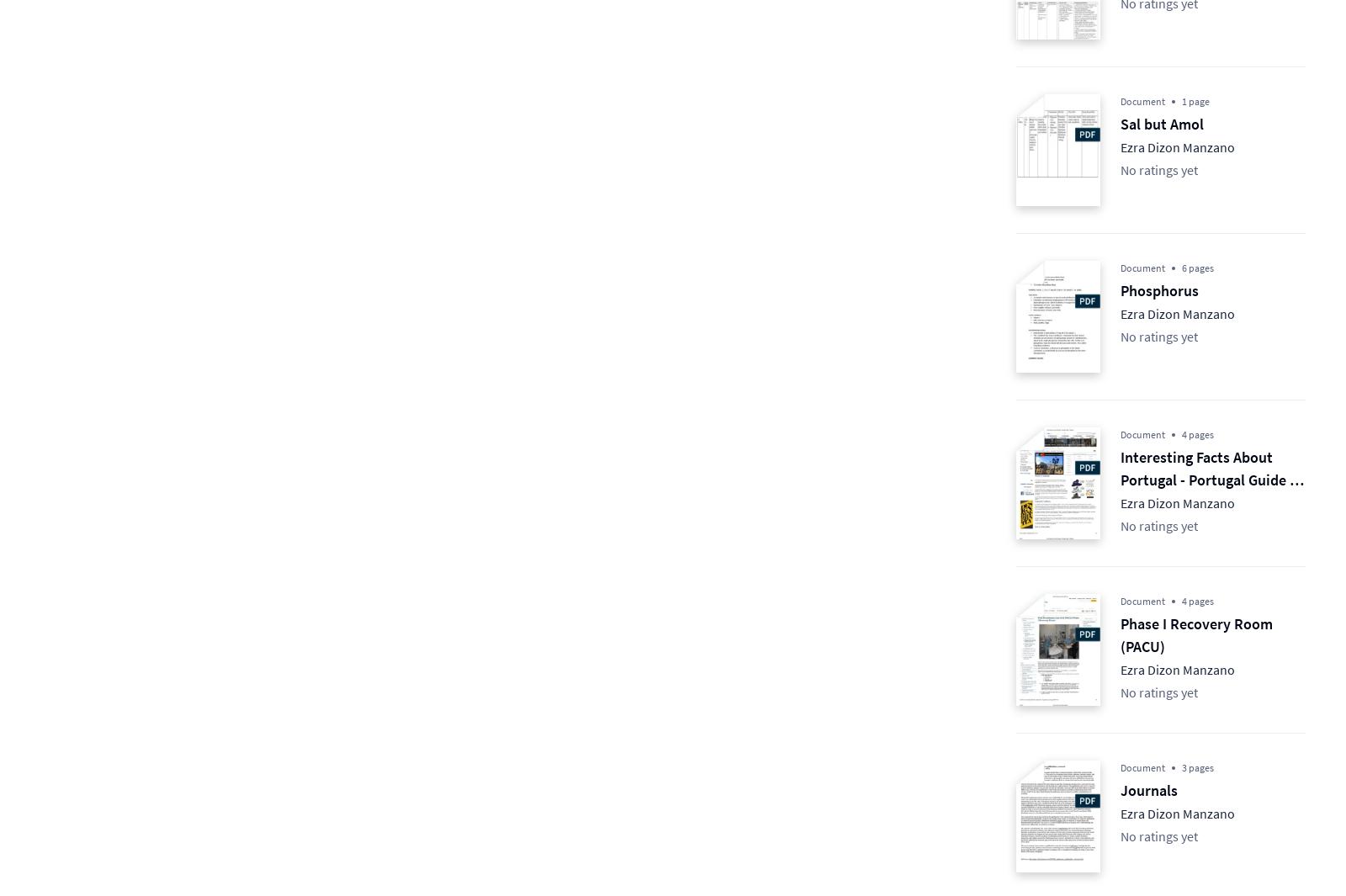 The image size is (1346, 896). Describe the element at coordinates (1196, 634) in the screenshot. I see `'Phase I Recovery Room (PACU)'` at that location.